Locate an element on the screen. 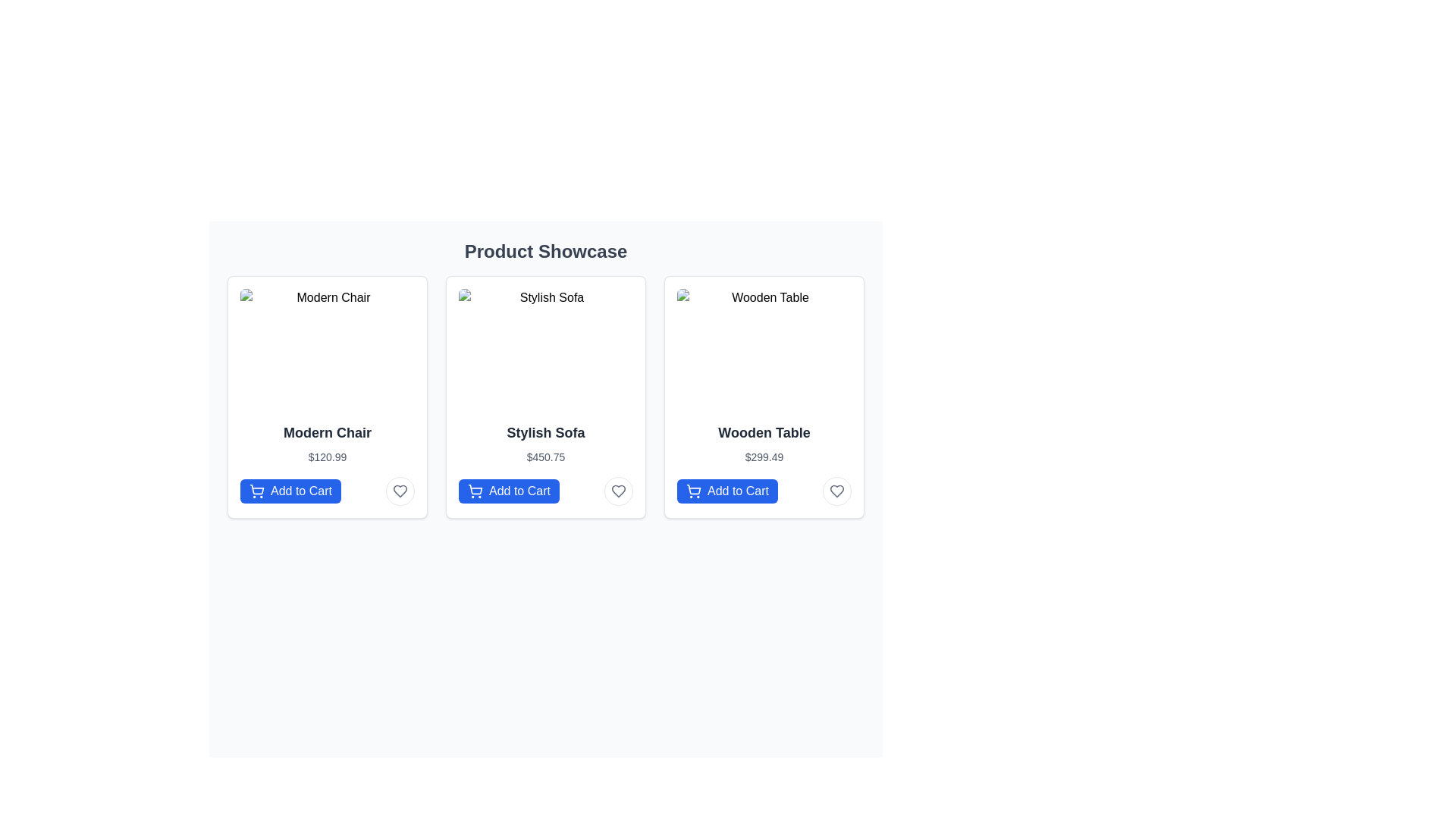  the heart-shaped icon filled with grey color to favorite the 'Modern Chair' product is located at coordinates (400, 491).